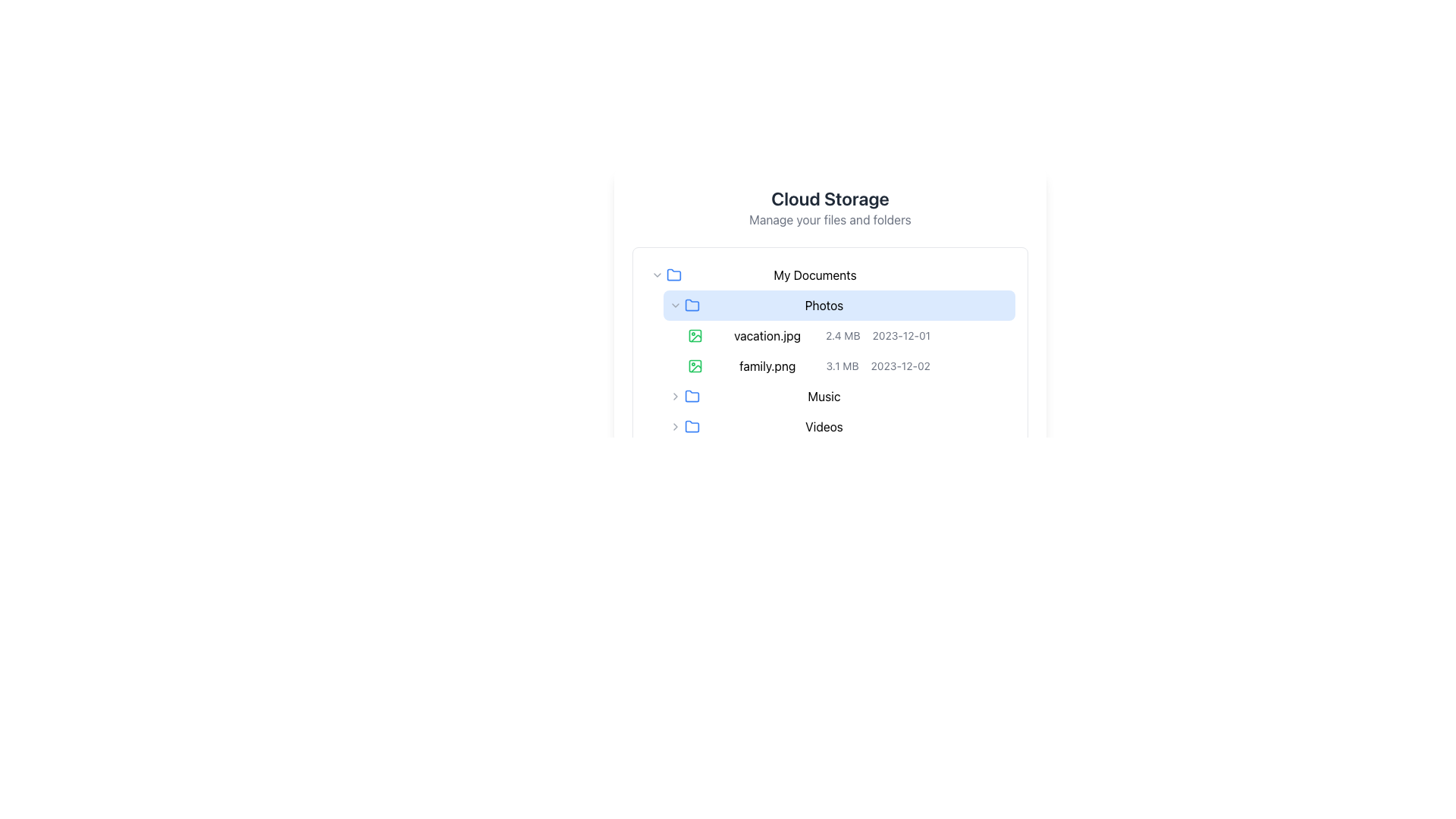 This screenshot has width=1456, height=819. Describe the element at coordinates (839, 427) in the screenshot. I see `the Folder label with an associated icon` at that location.